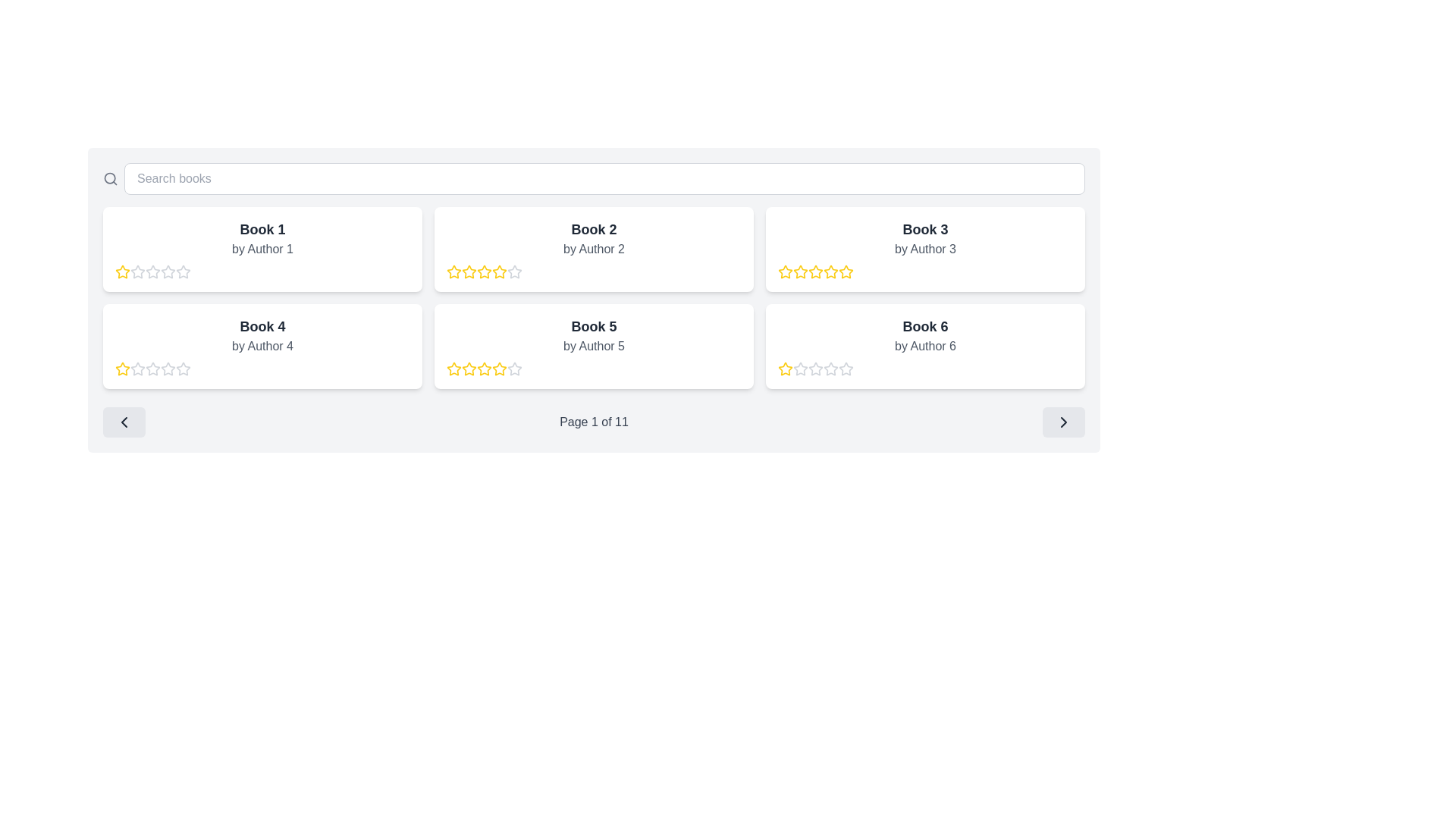  I want to click on the first rating star for the product 'Book 1', which is the leftmost star in the rating system below the title and subtitle, so click(138, 271).